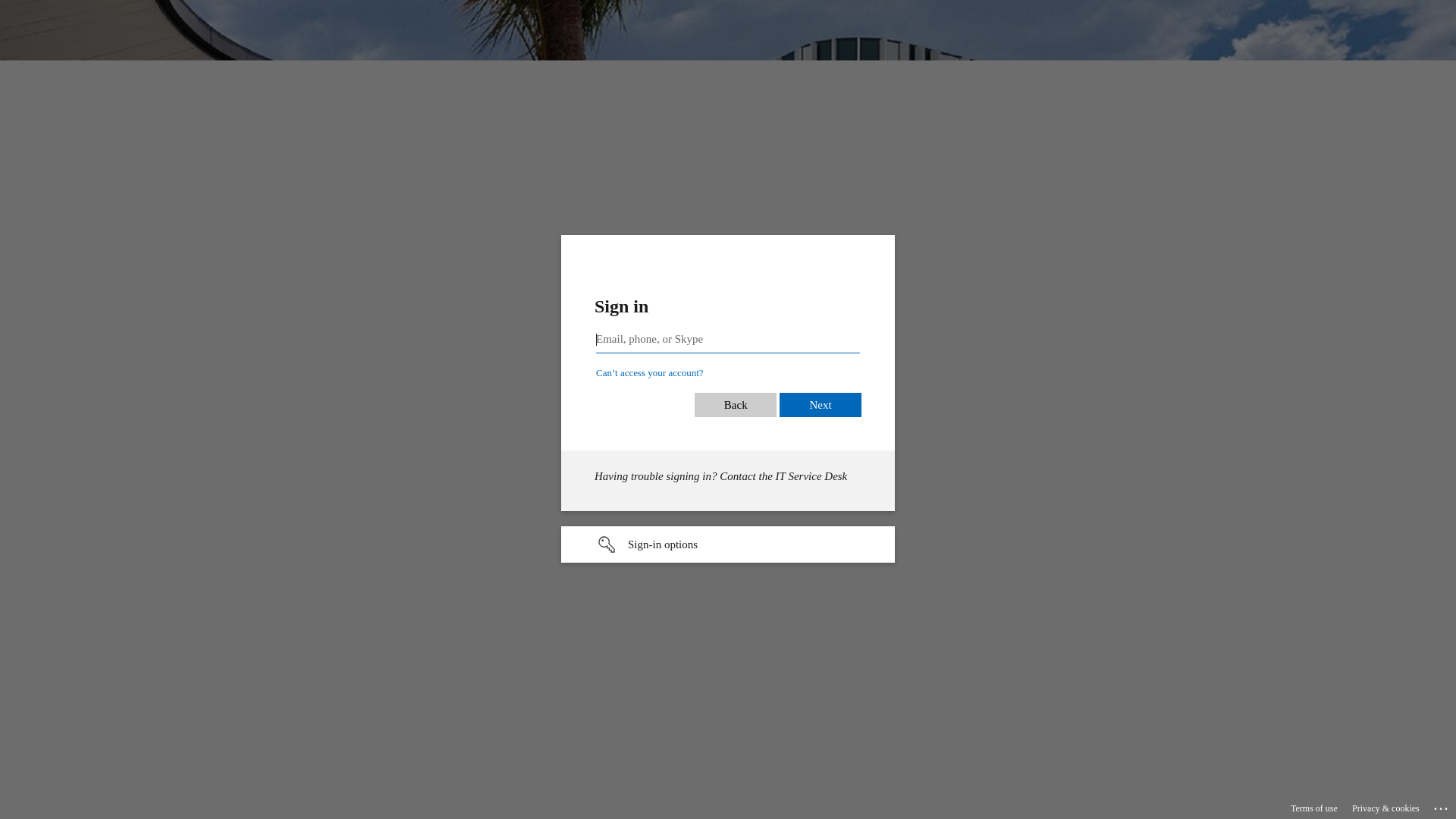 The image size is (1456, 819). I want to click on 'Next', so click(837, 403).